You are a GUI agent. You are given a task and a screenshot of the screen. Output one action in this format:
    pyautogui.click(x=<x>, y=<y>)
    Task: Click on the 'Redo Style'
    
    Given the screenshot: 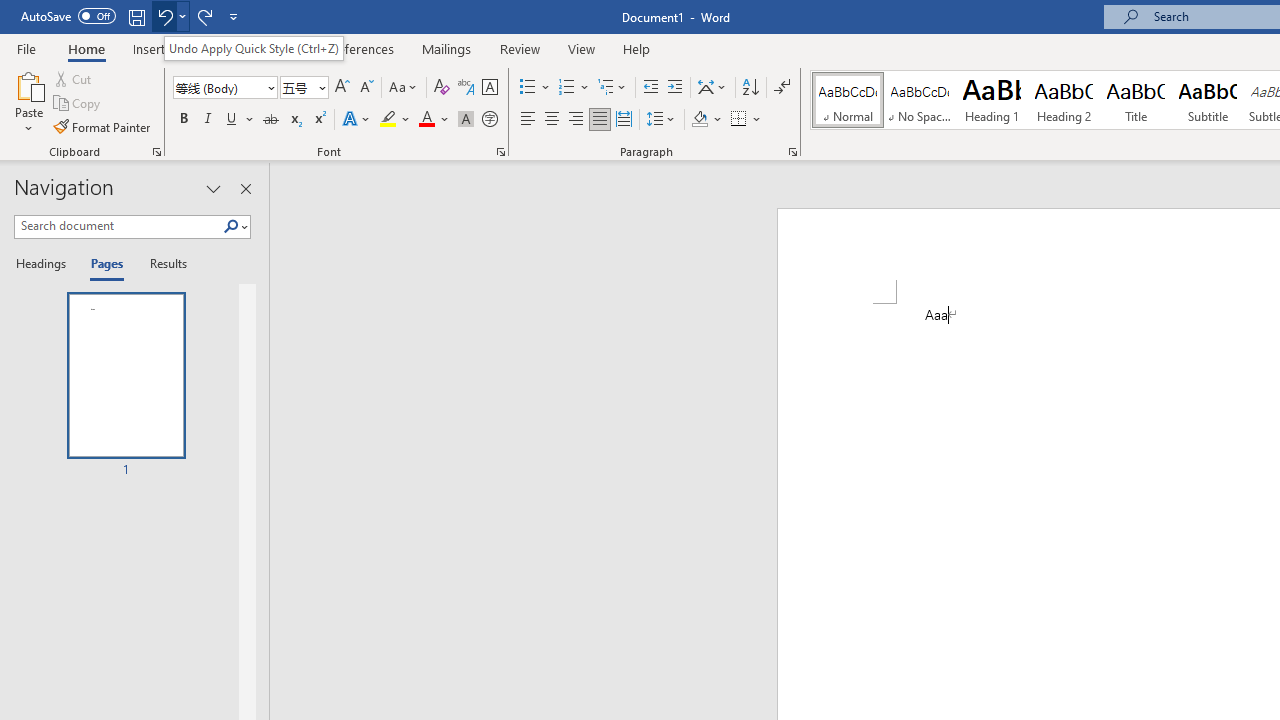 What is the action you would take?
    pyautogui.click(x=204, y=16)
    